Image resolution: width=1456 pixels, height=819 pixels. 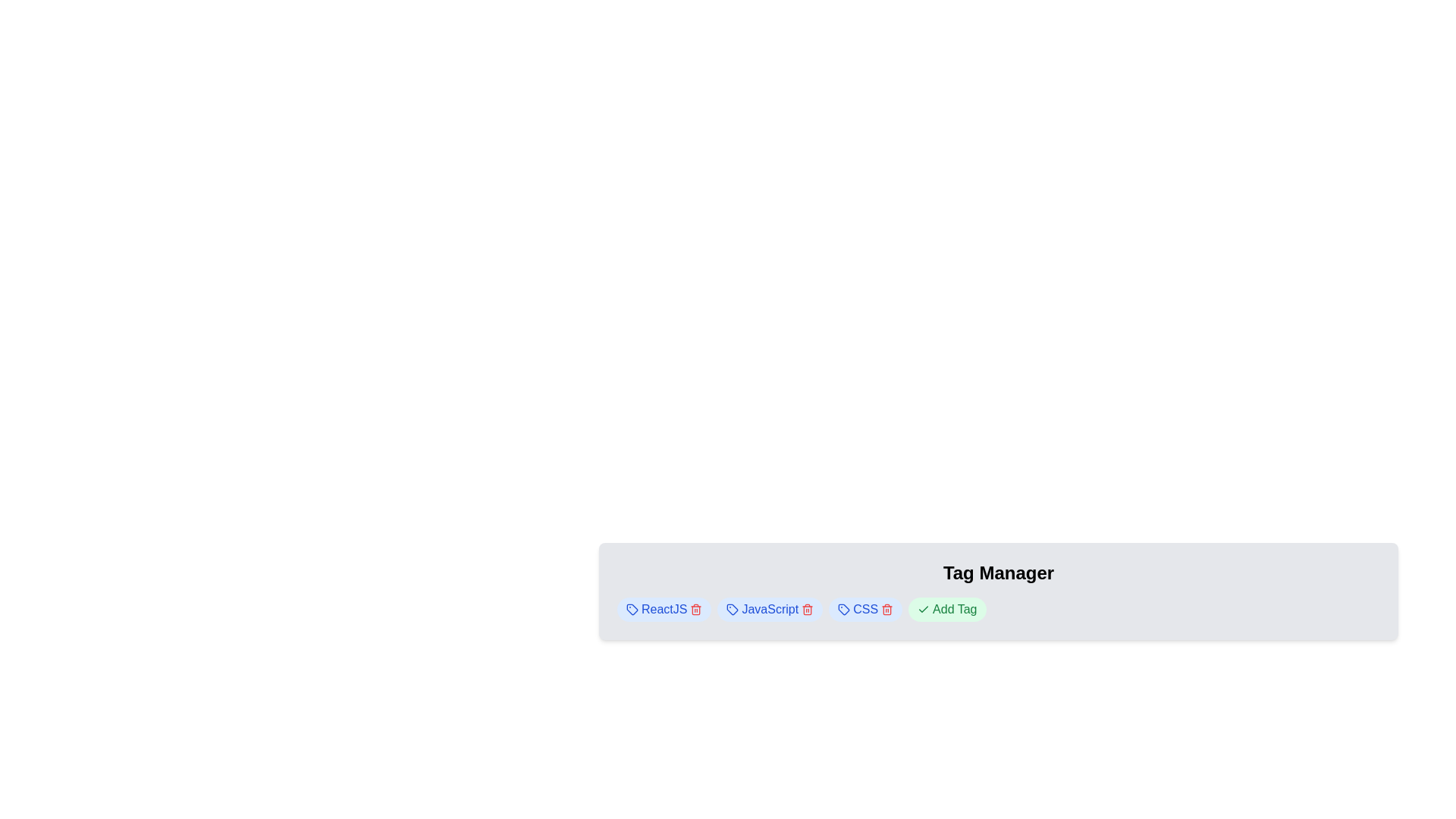 What do you see at coordinates (923, 608) in the screenshot?
I see `checkmark icon located on the left part of the 'Add Tag' button with a light green background, centered vertically next to the text 'Add Tag'` at bounding box center [923, 608].